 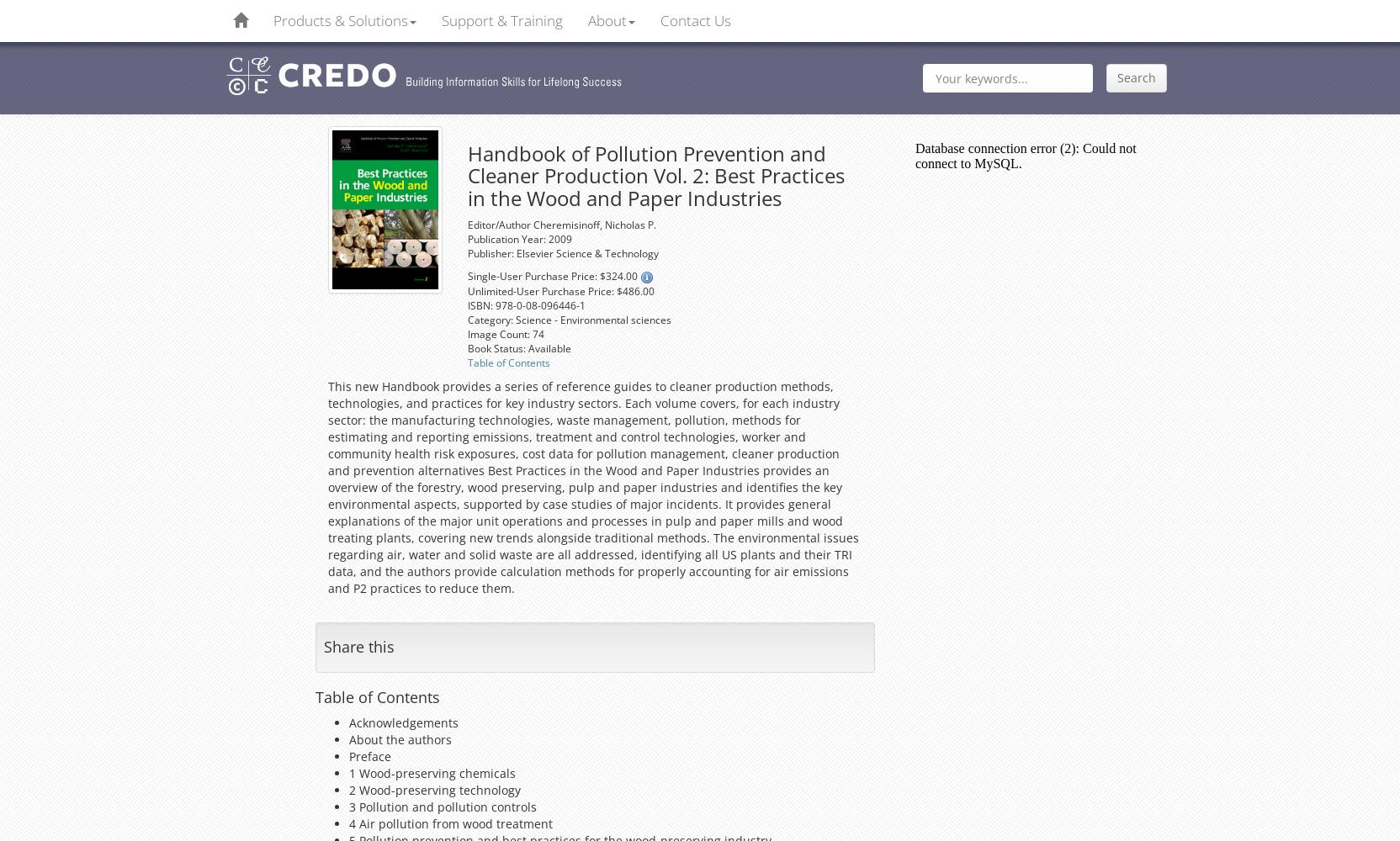 What do you see at coordinates (534, 333) in the screenshot?
I see `':
			74'` at bounding box center [534, 333].